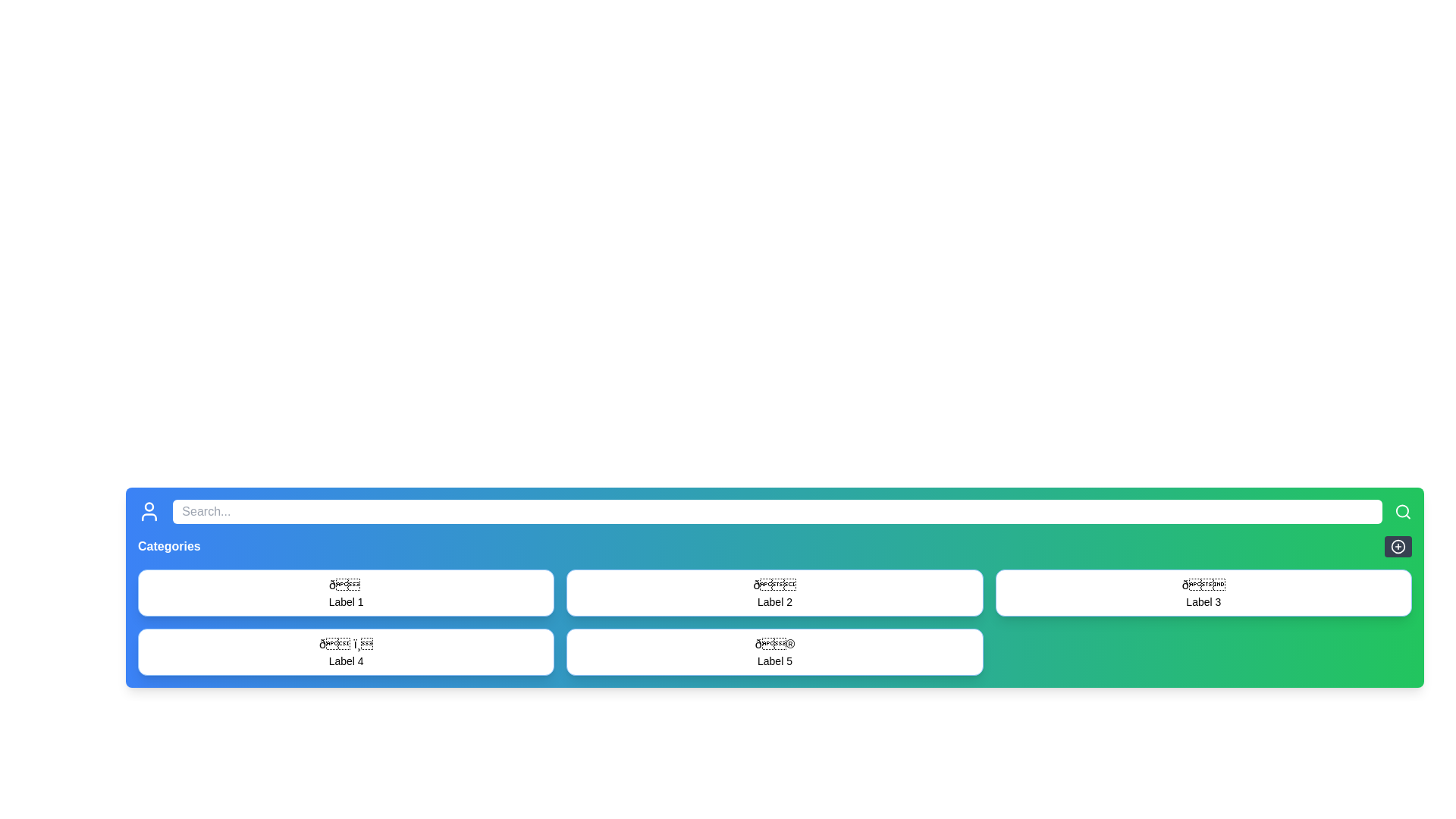 The height and width of the screenshot is (819, 1456). What do you see at coordinates (1397, 547) in the screenshot?
I see `the action button located on the right side of a green toolbar` at bounding box center [1397, 547].